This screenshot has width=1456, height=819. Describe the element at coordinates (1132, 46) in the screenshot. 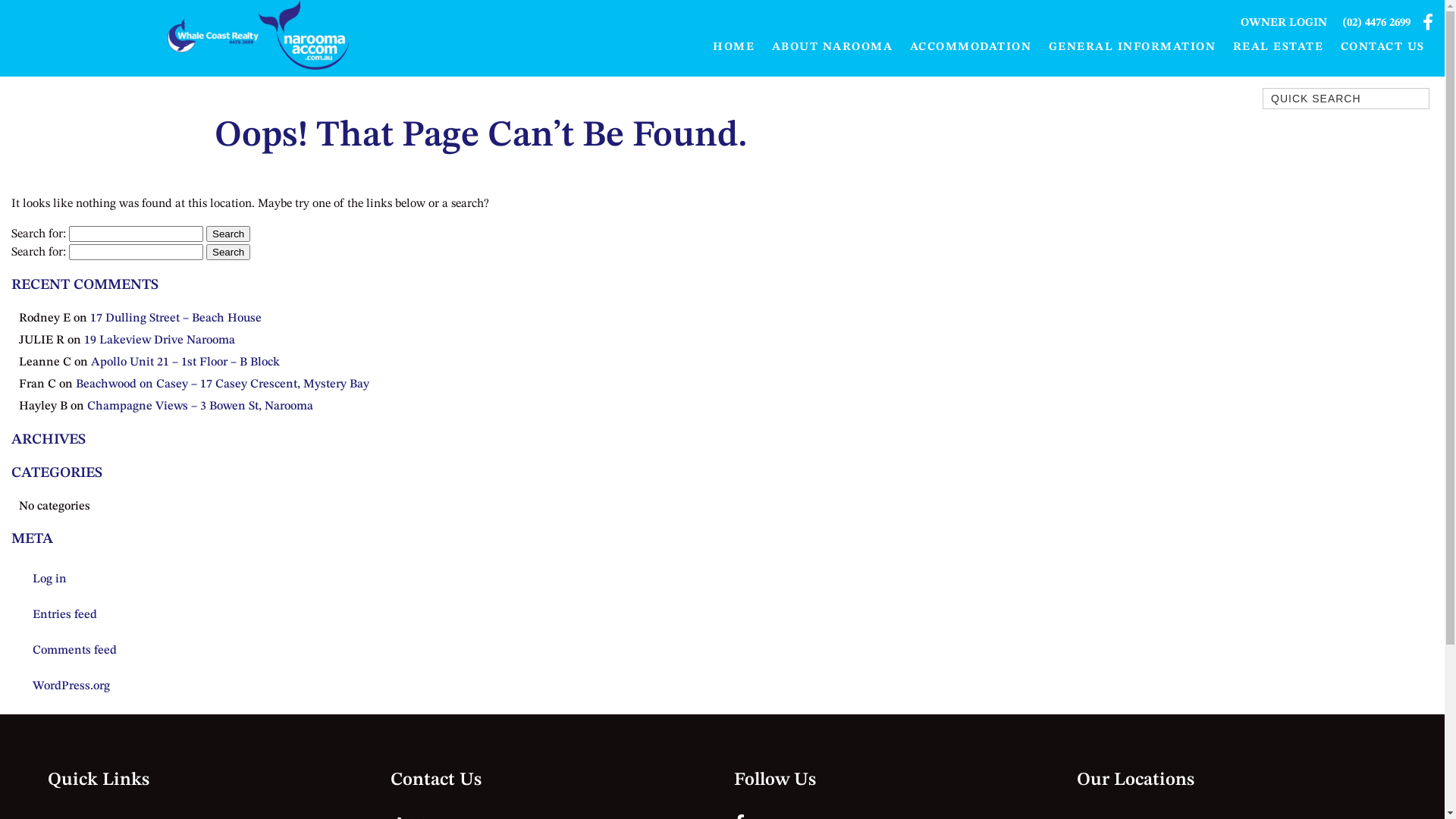

I see `'GENERAL INFORMATION'` at that location.